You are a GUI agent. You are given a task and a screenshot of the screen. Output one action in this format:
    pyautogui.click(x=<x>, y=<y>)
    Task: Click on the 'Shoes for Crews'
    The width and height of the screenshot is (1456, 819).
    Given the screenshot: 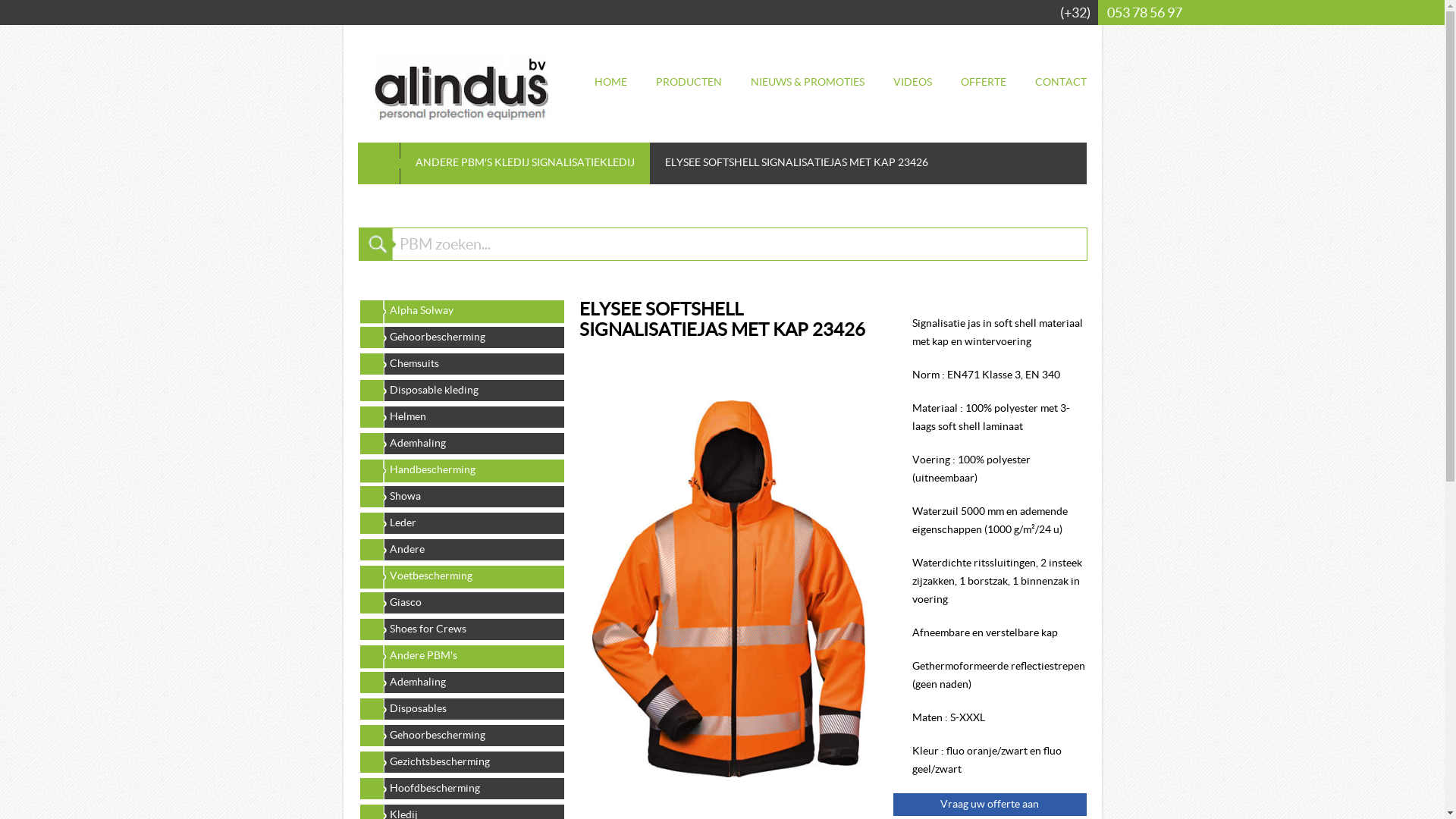 What is the action you would take?
    pyautogui.click(x=460, y=629)
    